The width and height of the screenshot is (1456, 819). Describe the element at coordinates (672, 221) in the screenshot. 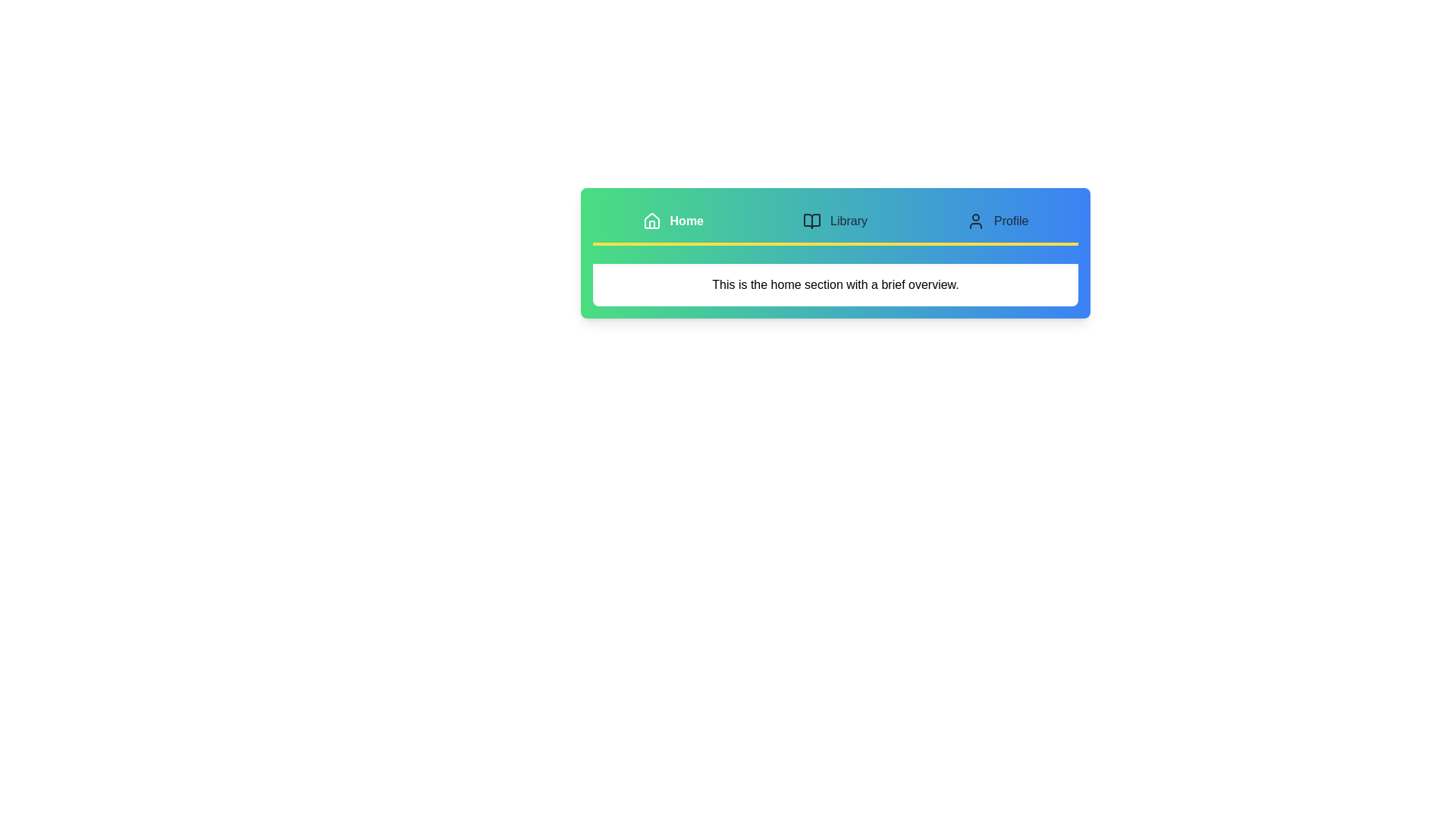

I see `the Home tab to view its content` at that location.